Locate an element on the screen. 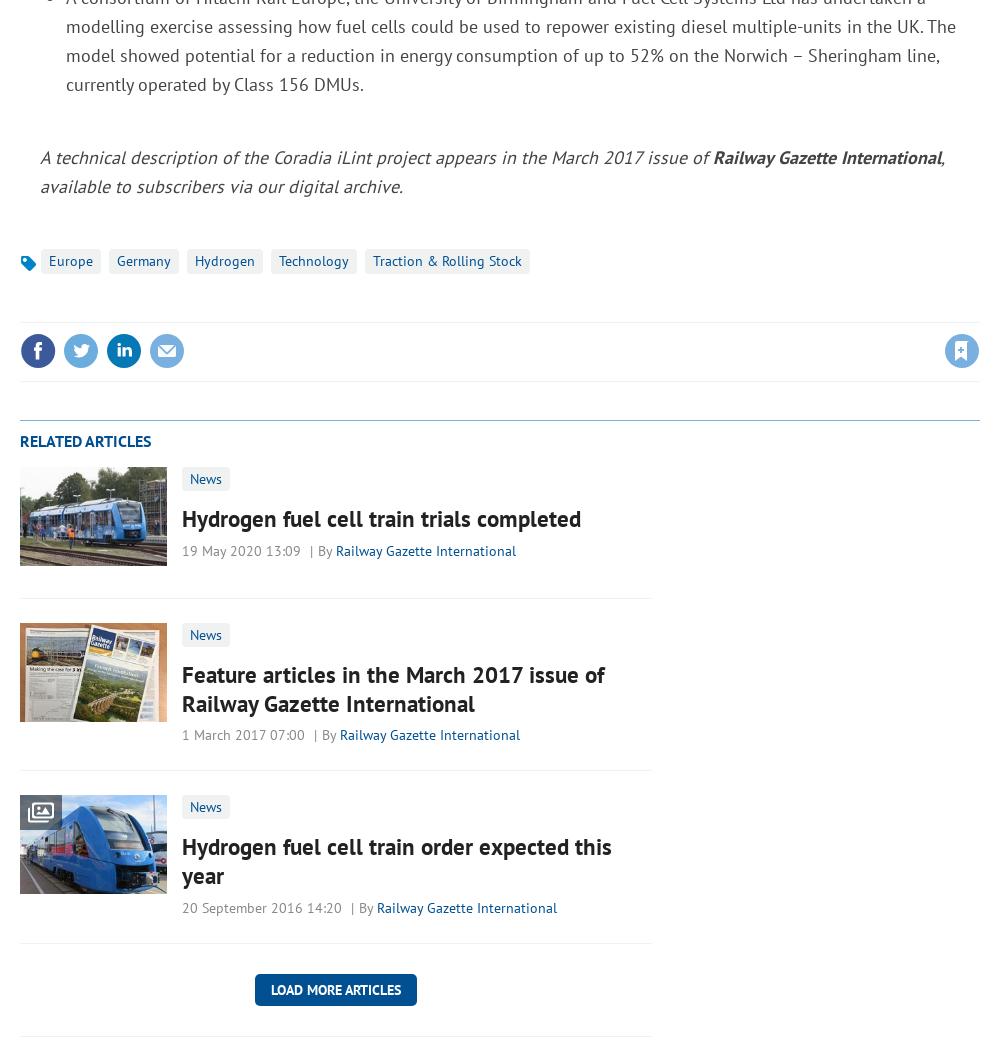 The image size is (1000, 1062). 'Technology' is located at coordinates (313, 261).